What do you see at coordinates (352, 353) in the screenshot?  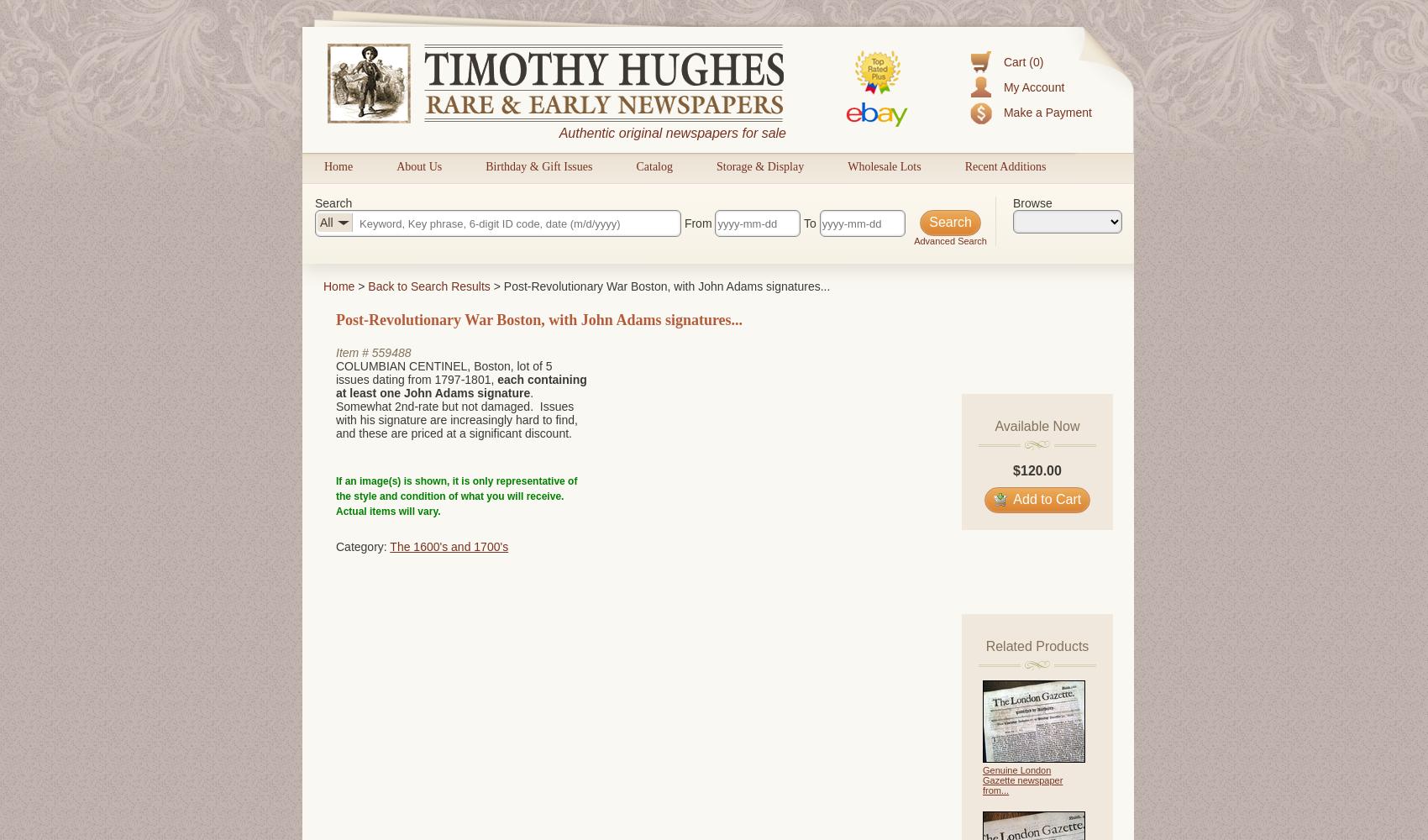 I see `'Item #'` at bounding box center [352, 353].